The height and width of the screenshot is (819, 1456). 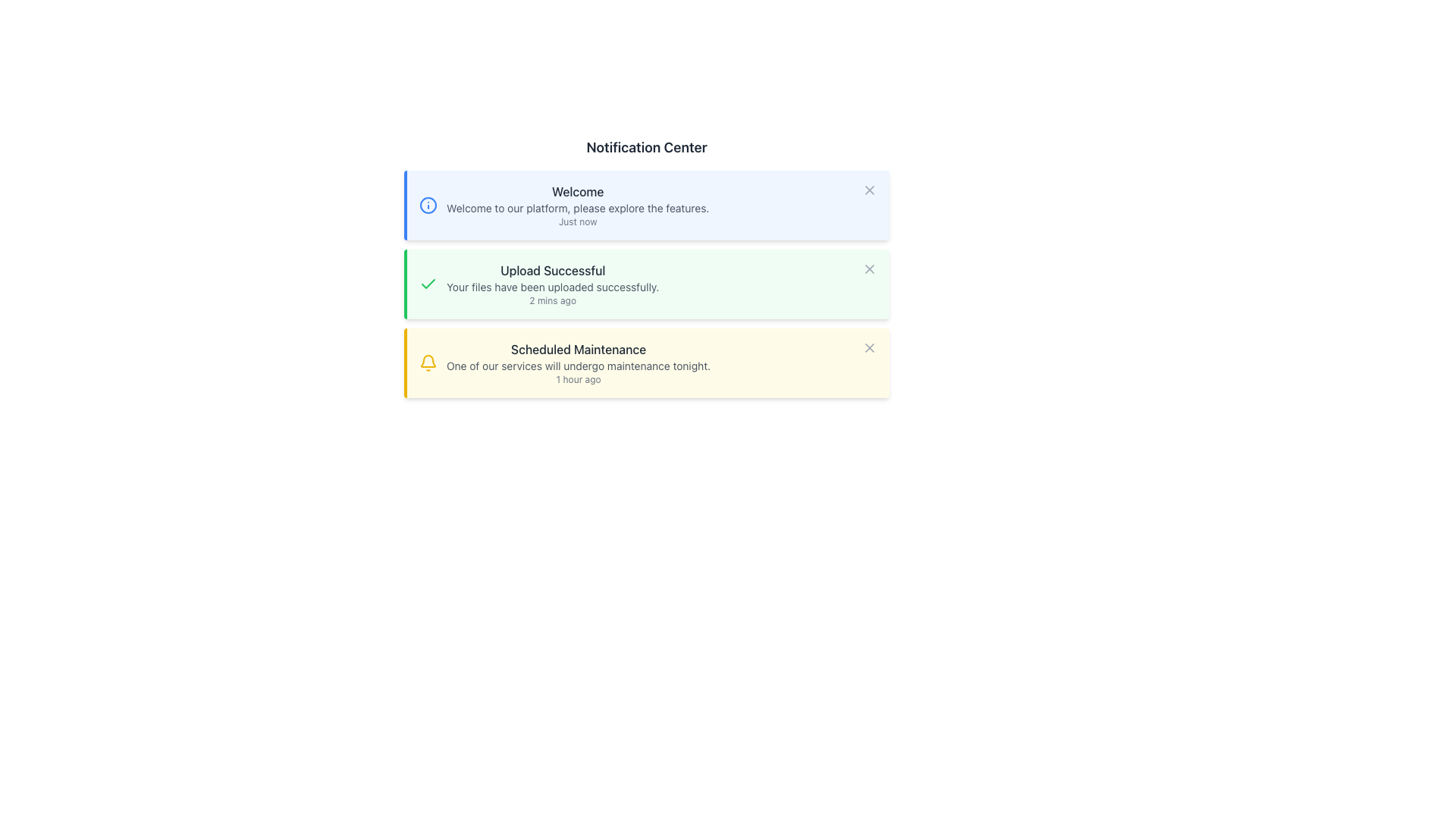 I want to click on the diagonal cross icon styled according to the 'lucide' library located in the top-right corner of the 'Welcome' notification block, so click(x=870, y=189).